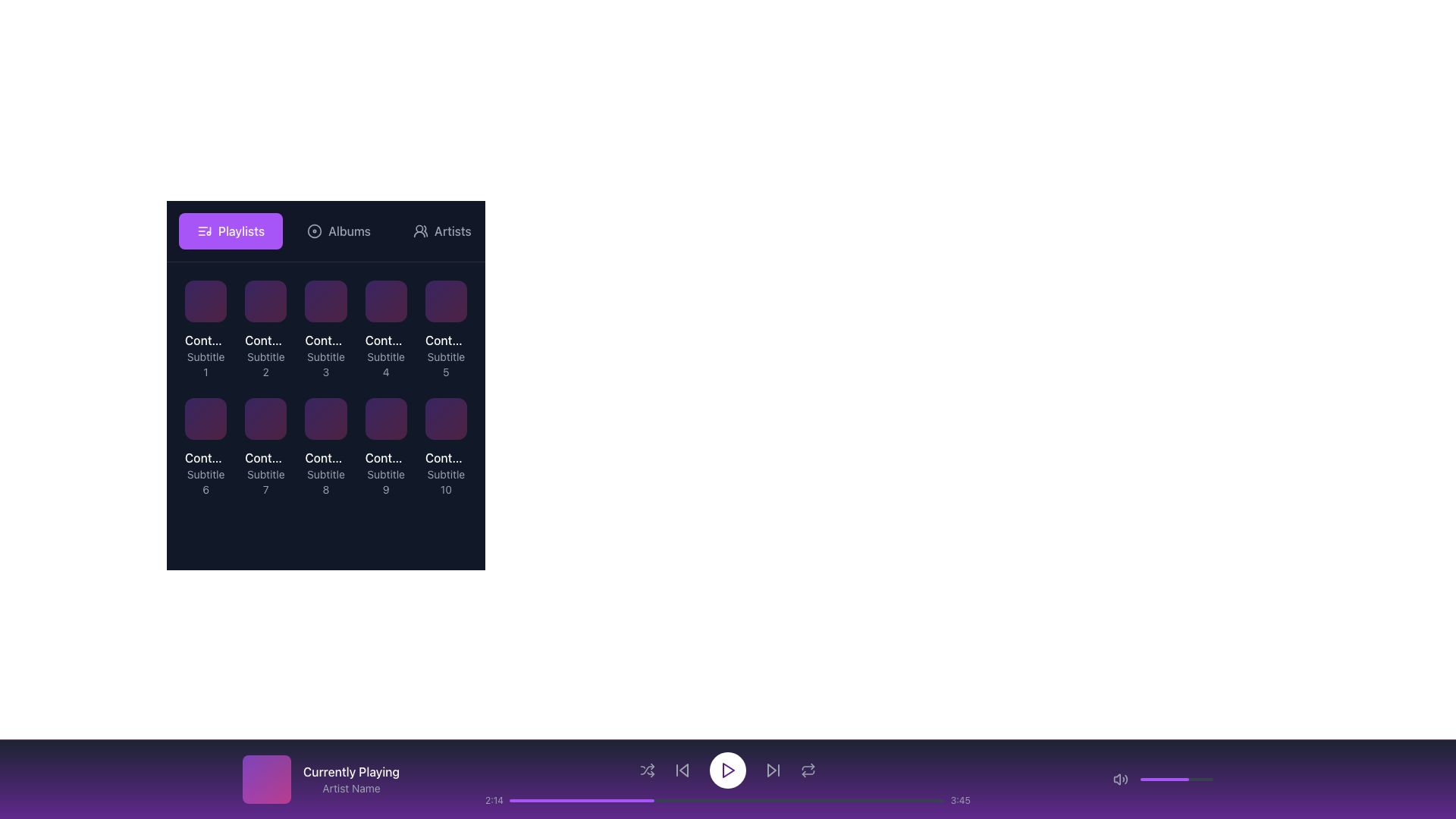 The height and width of the screenshot is (819, 1456). I want to click on the triangular media control icon, so click(771, 770).